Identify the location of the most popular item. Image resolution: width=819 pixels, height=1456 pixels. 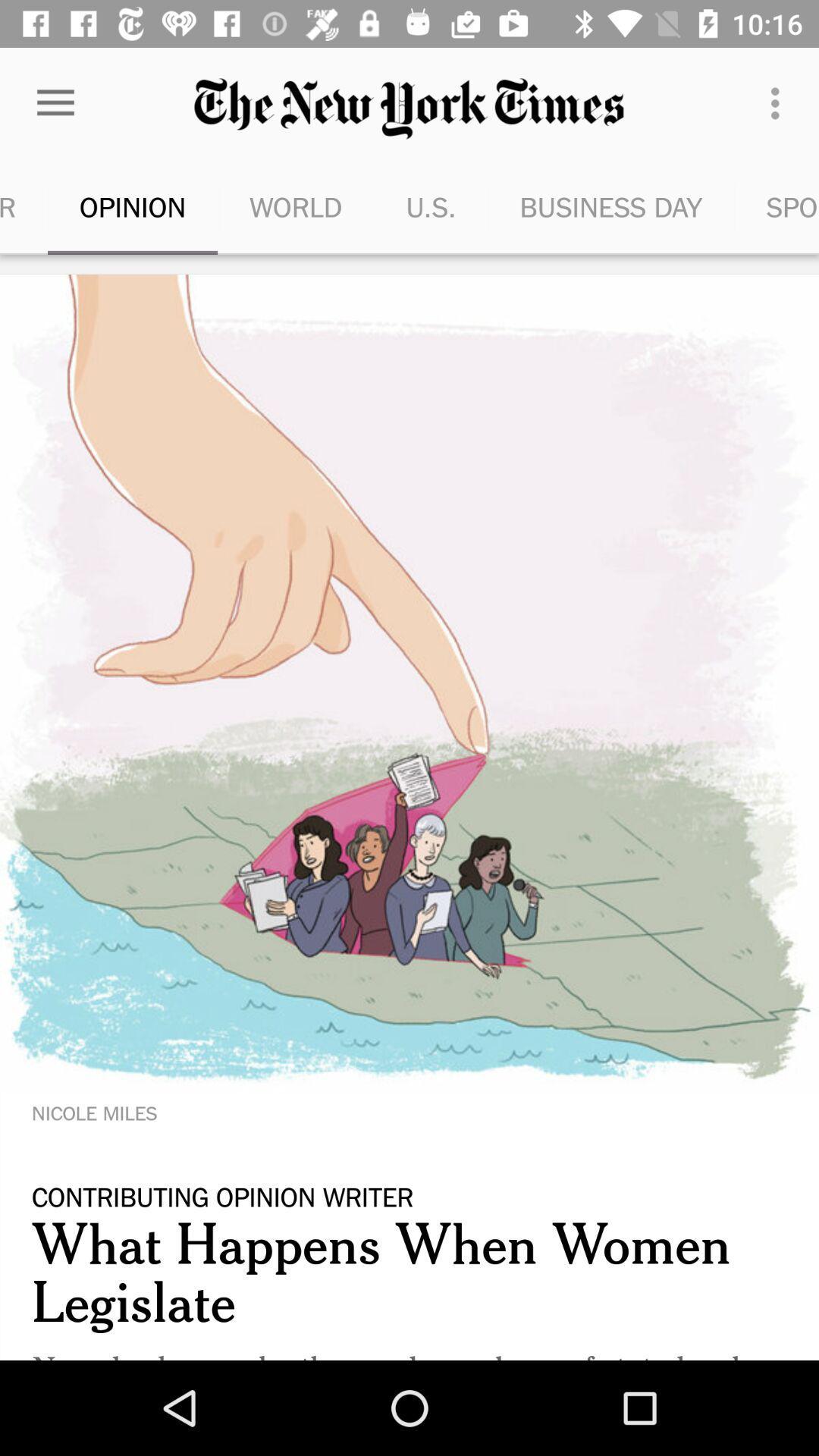
(24, 206).